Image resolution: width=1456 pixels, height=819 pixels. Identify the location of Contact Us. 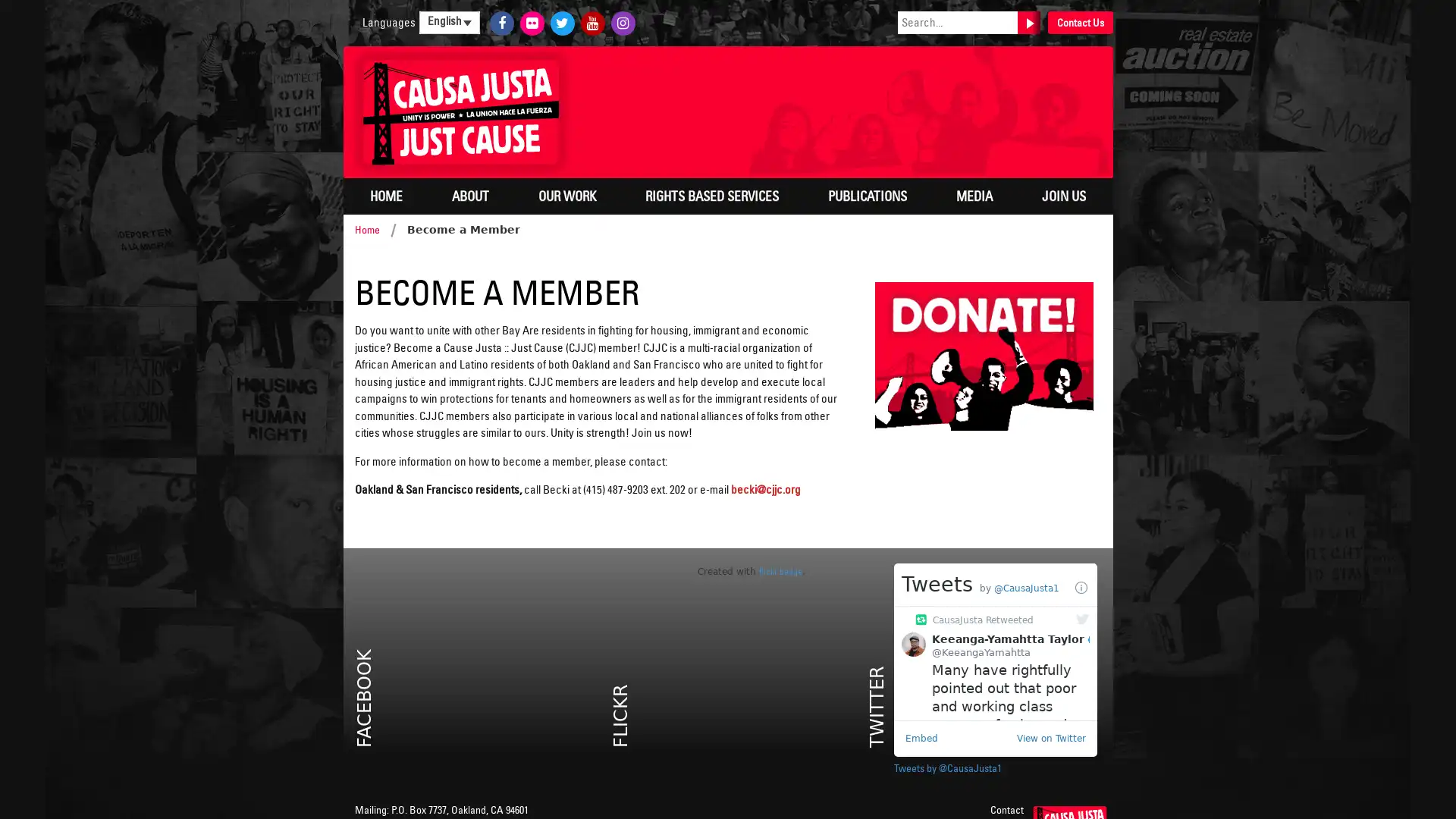
(1079, 23).